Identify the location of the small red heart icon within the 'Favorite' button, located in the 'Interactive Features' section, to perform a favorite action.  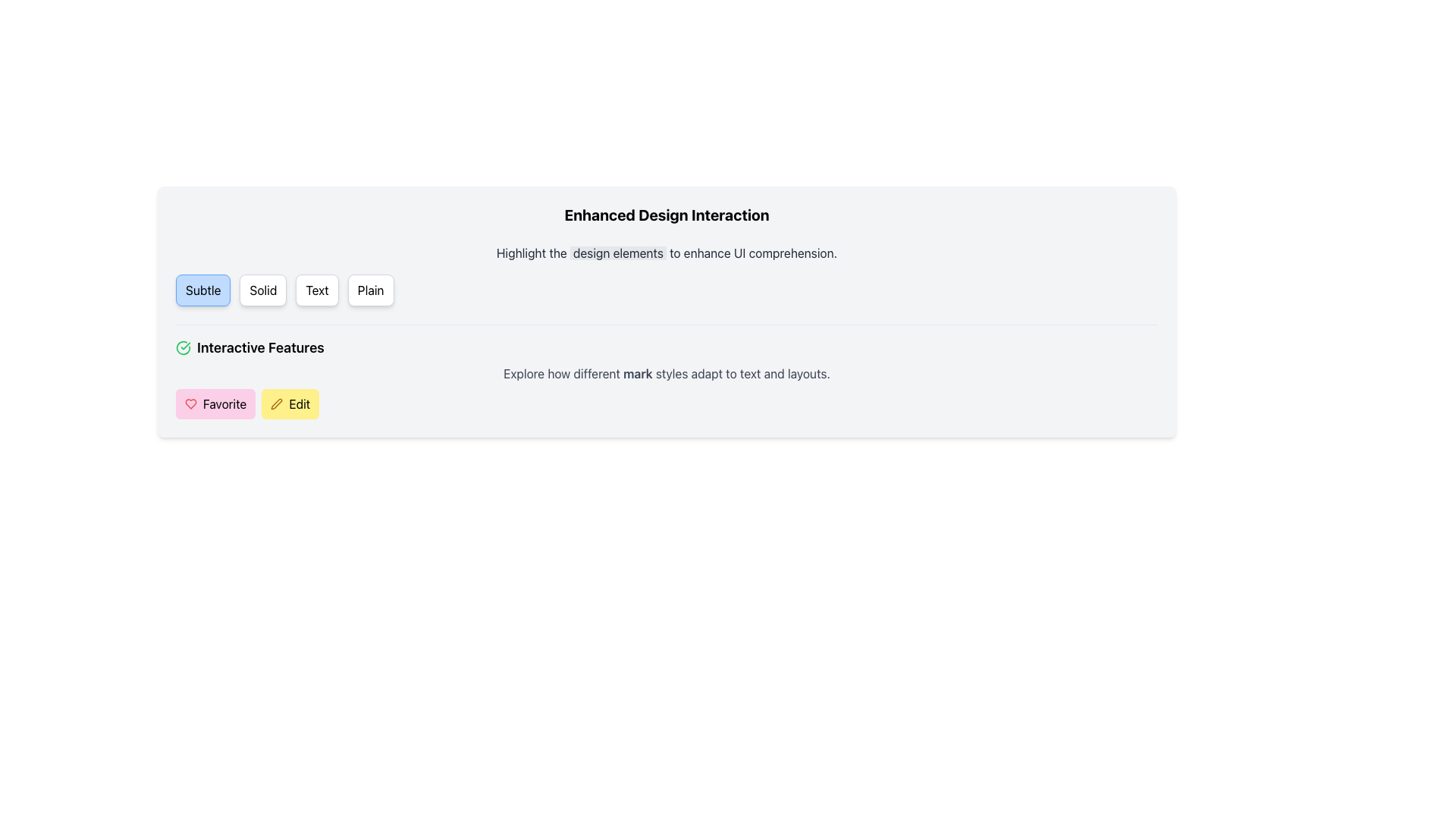
(190, 403).